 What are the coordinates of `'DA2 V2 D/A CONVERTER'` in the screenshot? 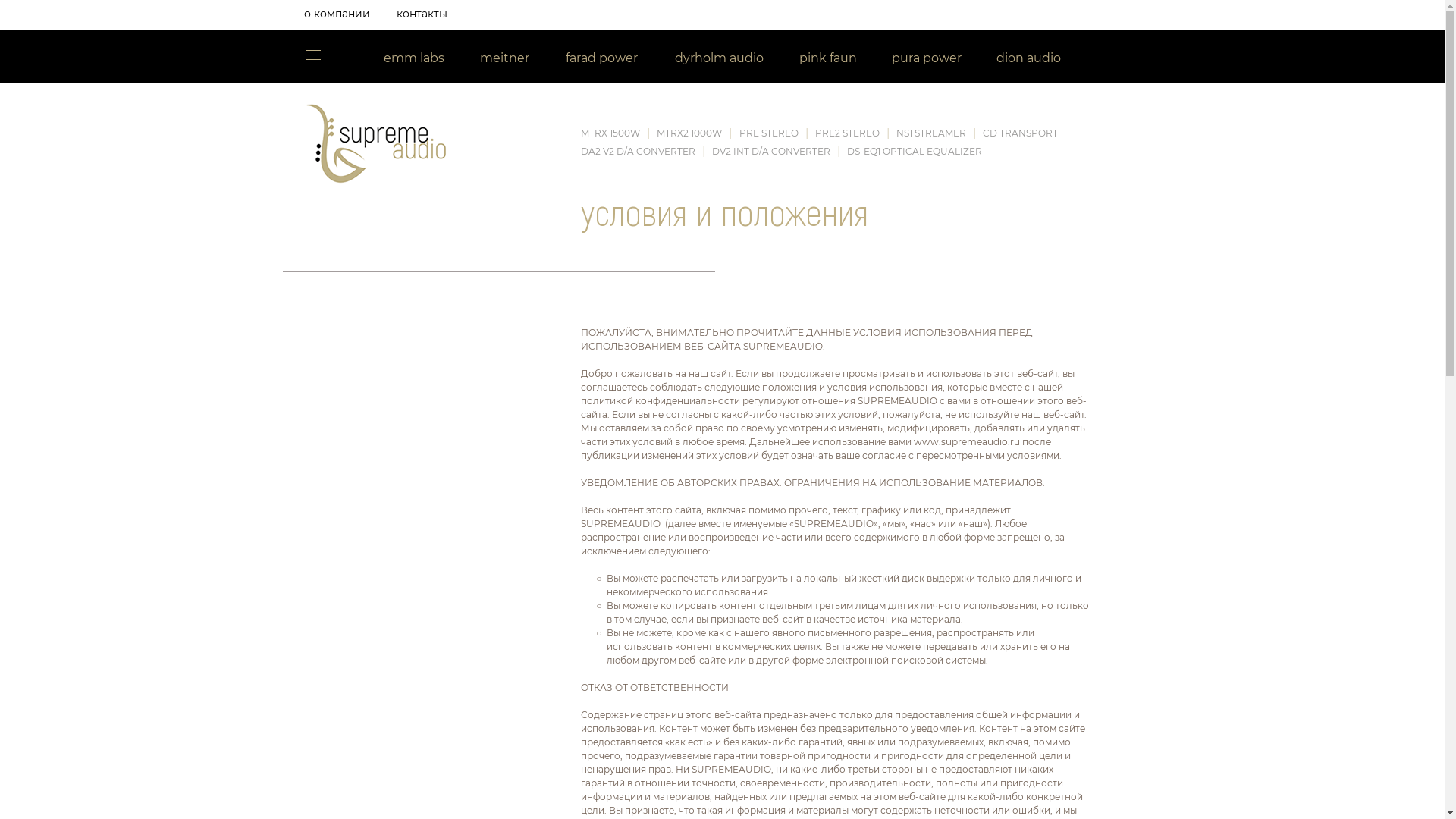 It's located at (638, 151).